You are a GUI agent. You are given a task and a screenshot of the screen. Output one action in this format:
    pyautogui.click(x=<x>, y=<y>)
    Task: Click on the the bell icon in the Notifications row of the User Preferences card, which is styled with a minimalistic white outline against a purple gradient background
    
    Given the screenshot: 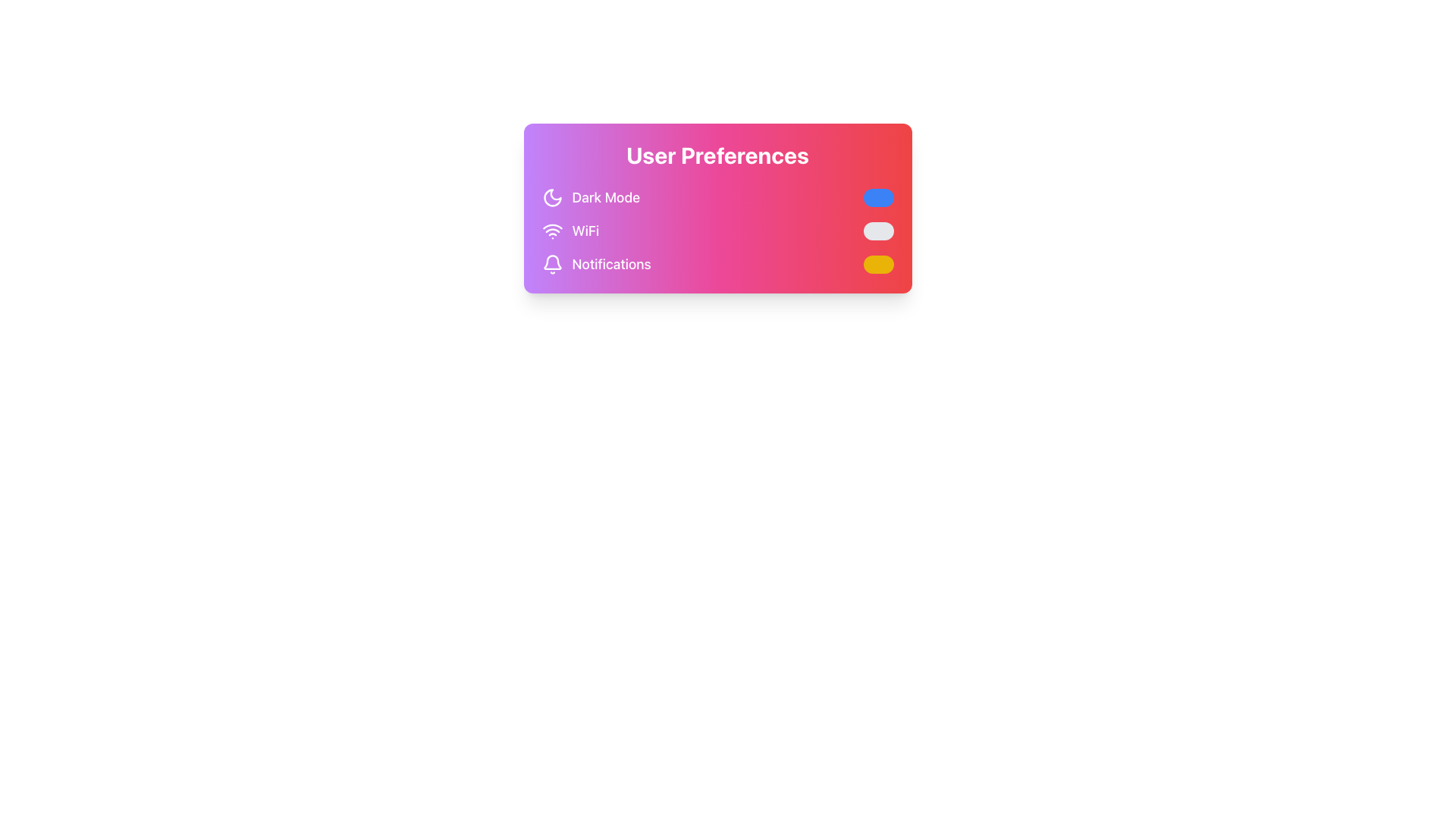 What is the action you would take?
    pyautogui.click(x=551, y=263)
    